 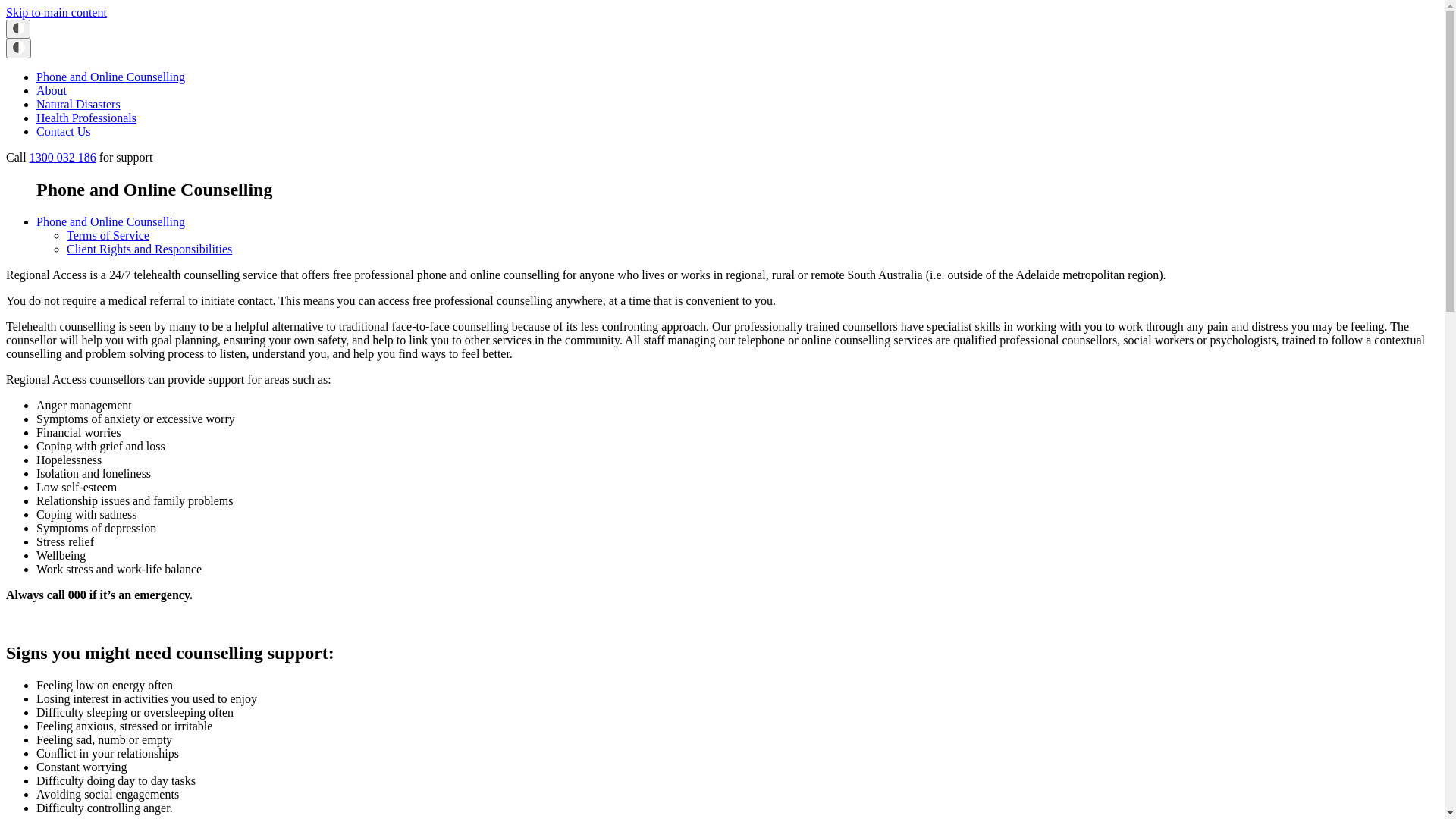 What do you see at coordinates (18, 29) in the screenshot?
I see `'Toggle High Contrast icon'` at bounding box center [18, 29].